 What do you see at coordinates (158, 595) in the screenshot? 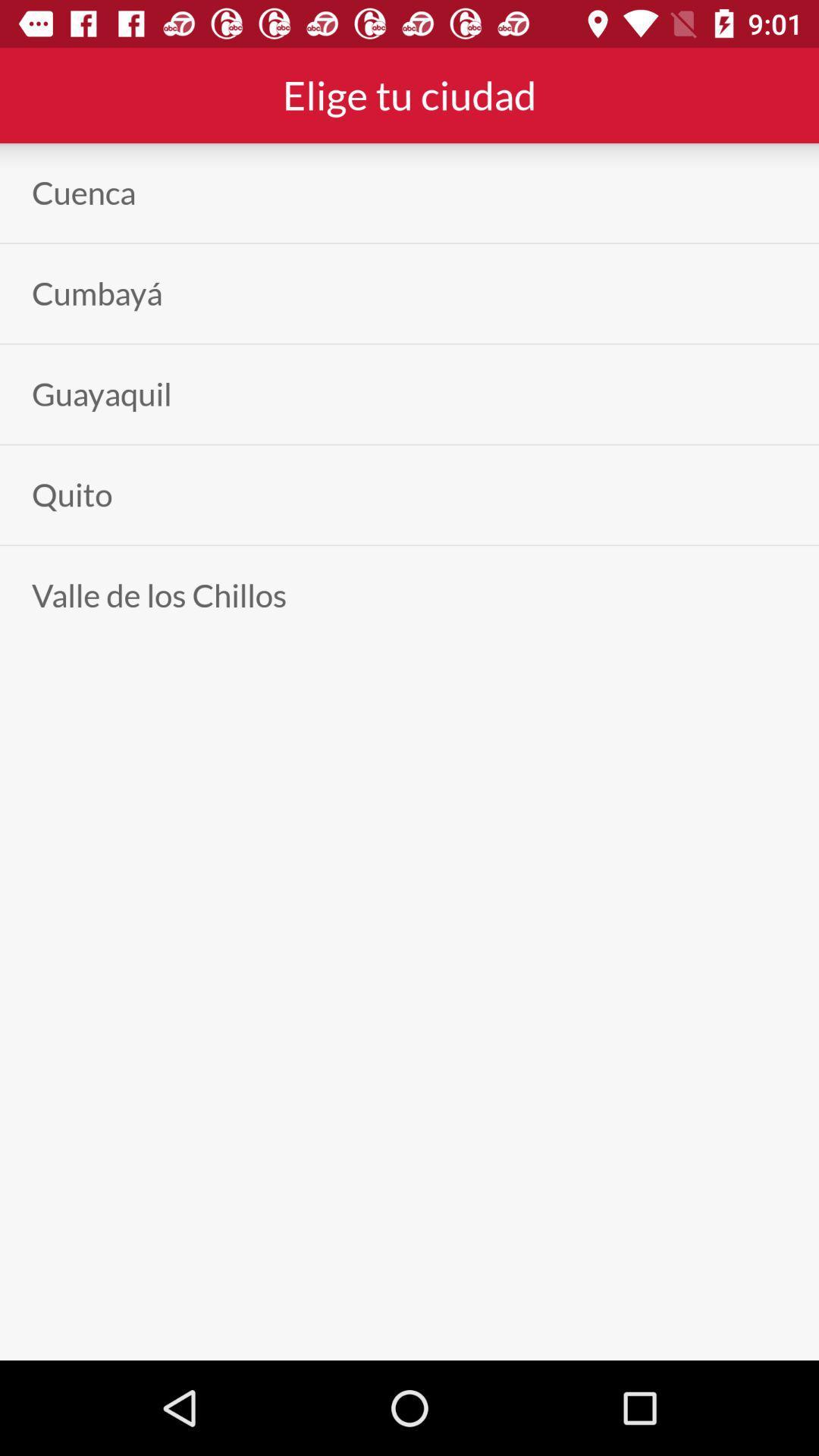
I see `the valle de los` at bounding box center [158, 595].